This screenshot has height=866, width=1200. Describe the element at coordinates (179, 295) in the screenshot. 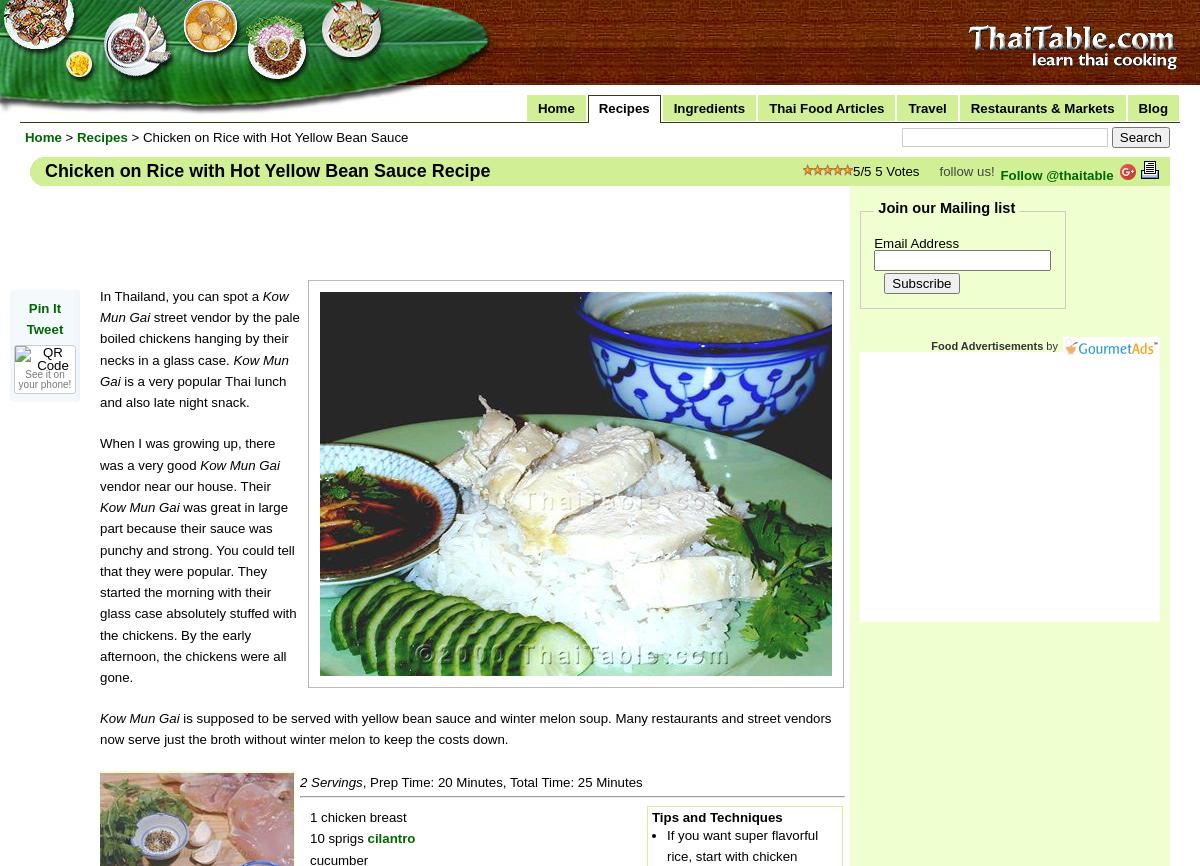

I see `'In Thailand, you can spot a'` at that location.